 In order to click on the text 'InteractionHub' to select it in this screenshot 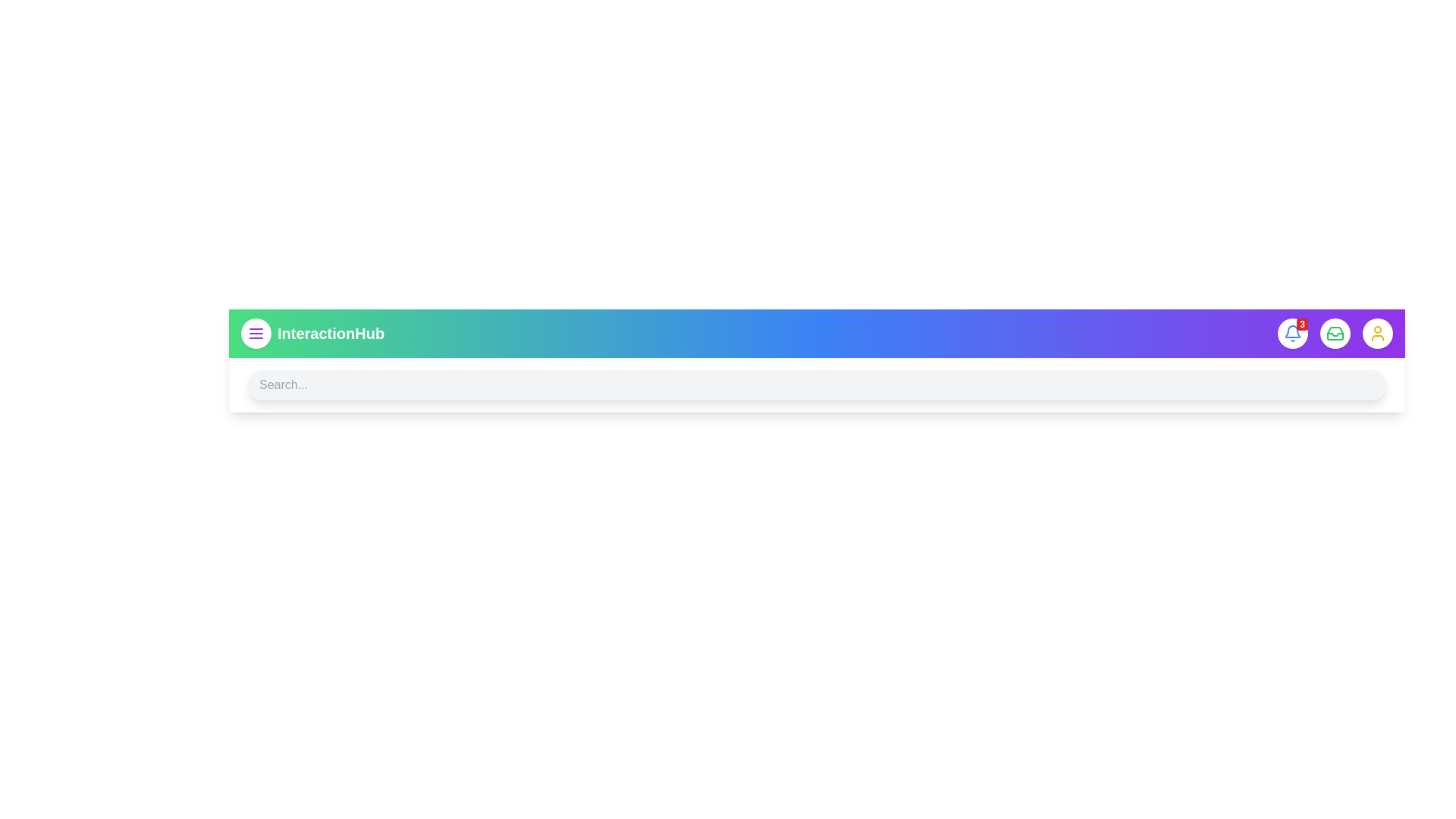, I will do `click(312, 332)`.